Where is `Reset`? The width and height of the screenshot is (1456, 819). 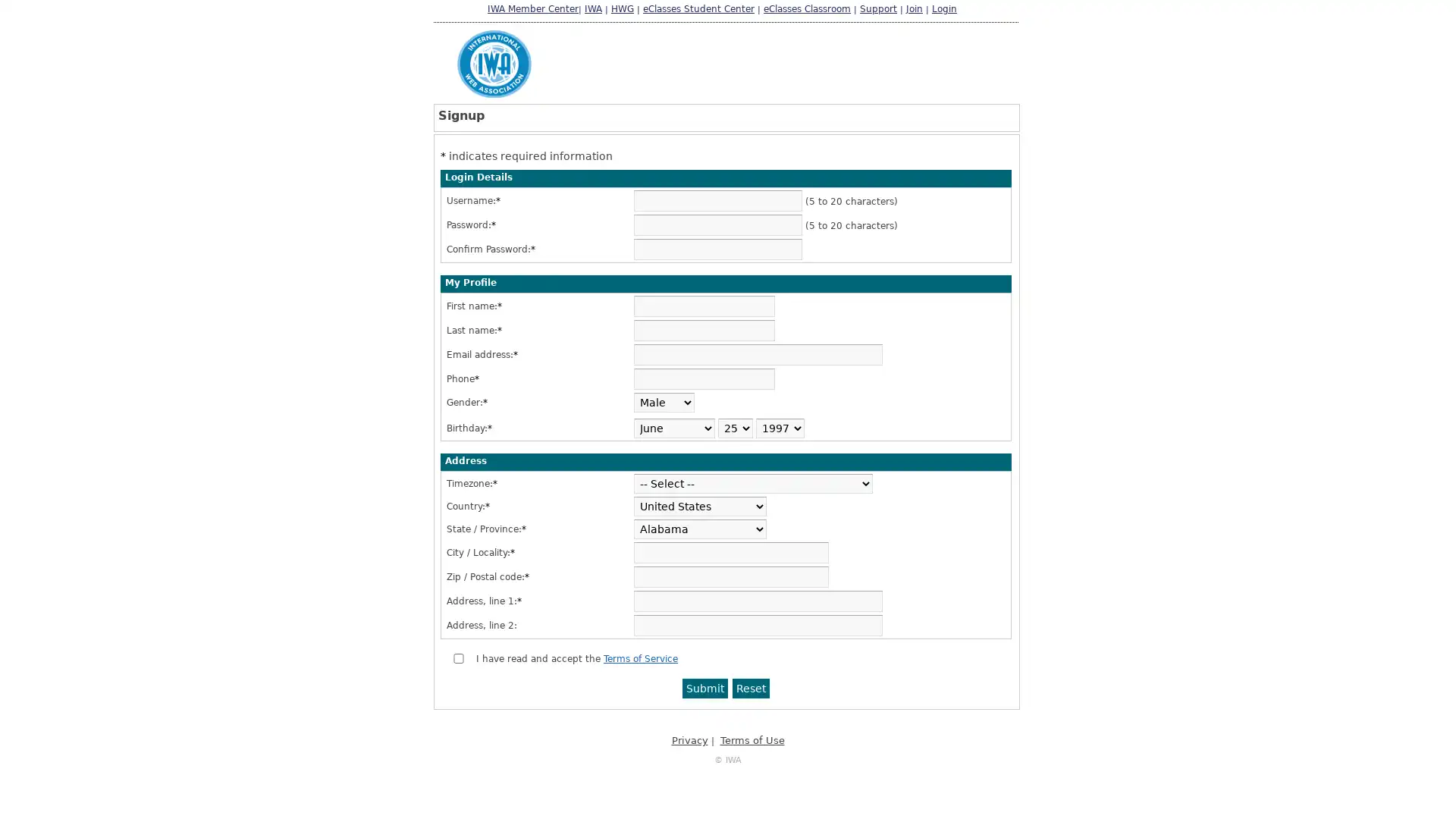
Reset is located at coordinates (751, 688).